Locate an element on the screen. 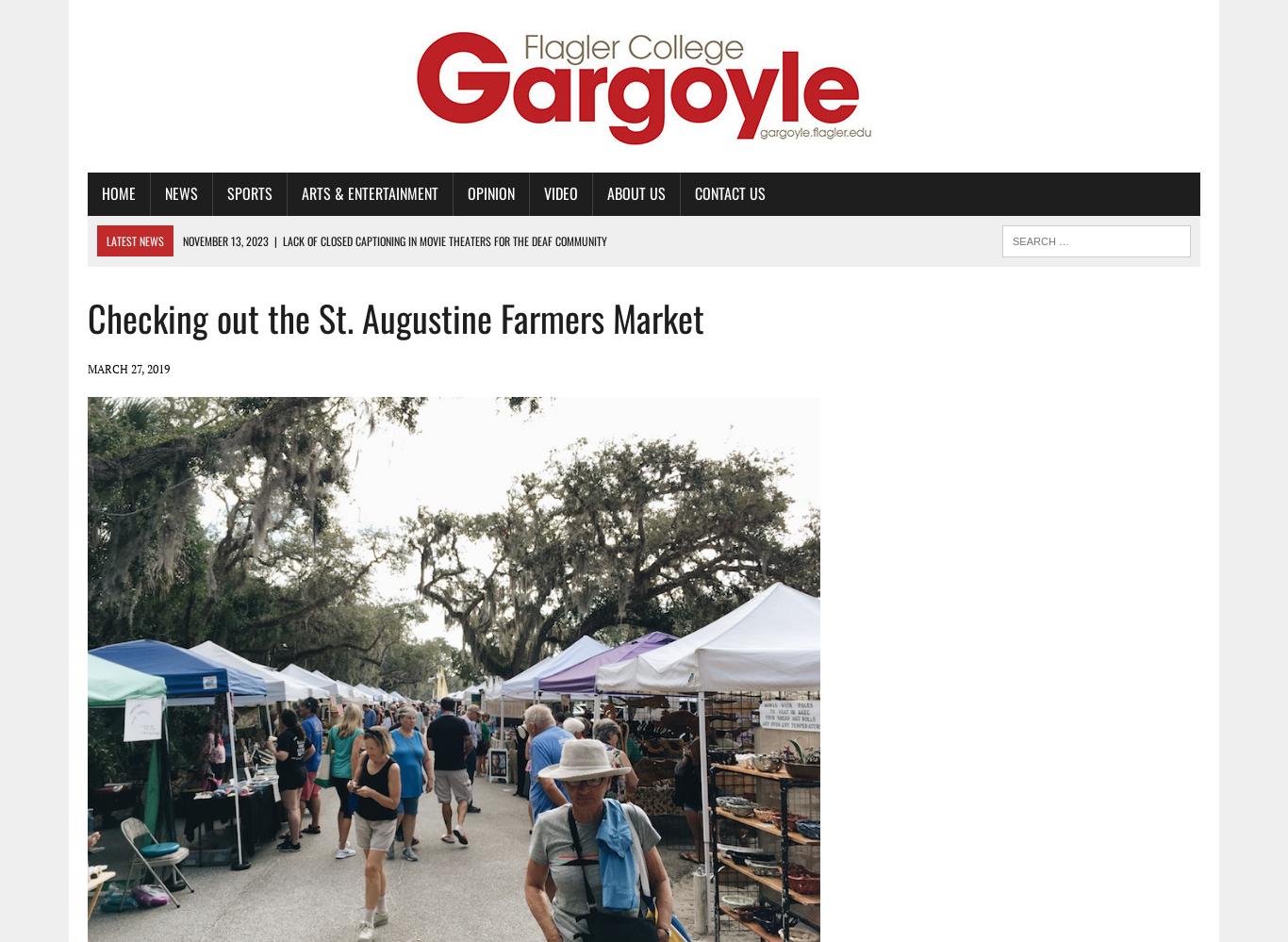 This screenshot has height=942, width=1288. 'Love and Light: Modern Relationships Built on Faith' is located at coordinates (327, 301).